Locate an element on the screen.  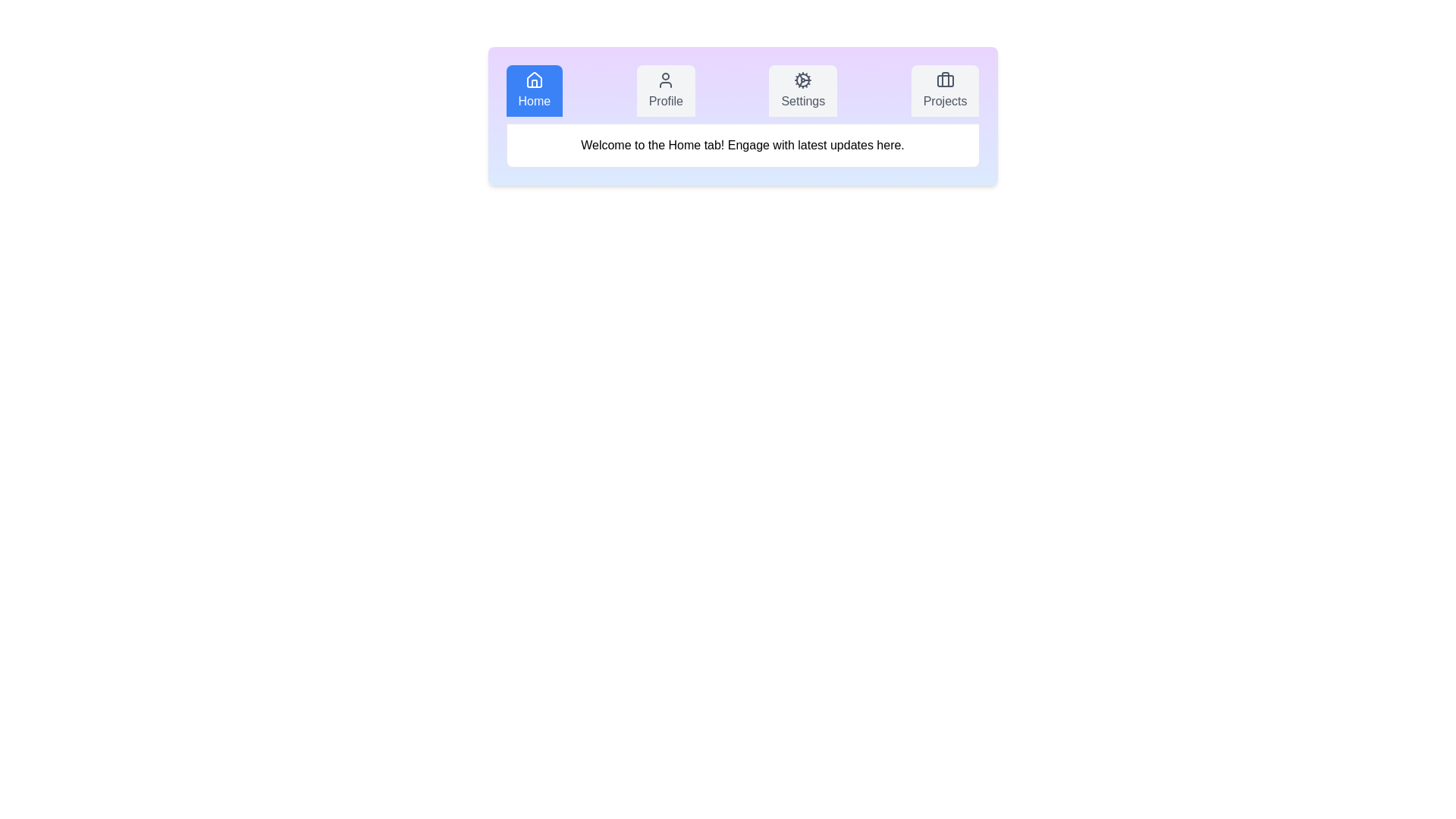
text displayed in the centered label that says 'Welcome to the Home tab! Engage with latest updates here.' is located at coordinates (742, 146).